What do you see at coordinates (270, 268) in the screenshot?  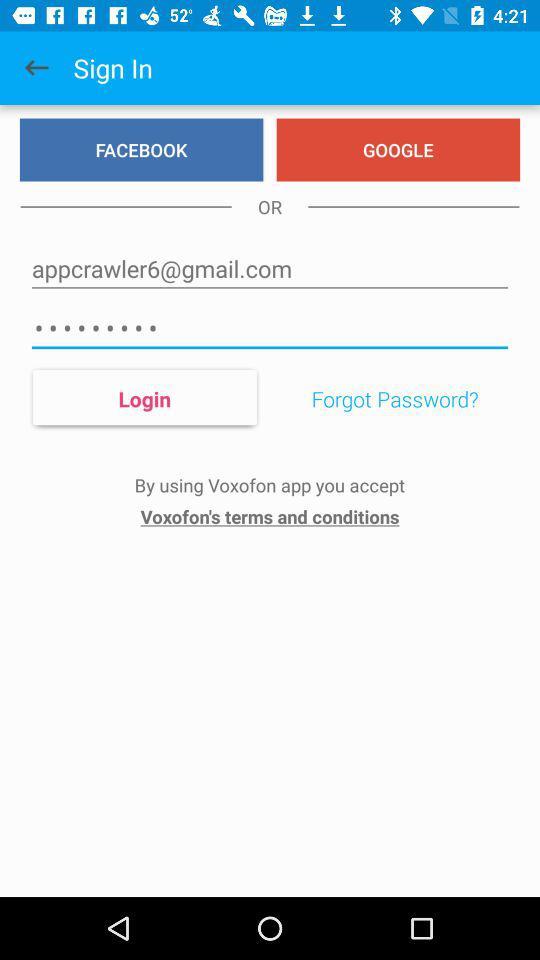 I see `icon below or` at bounding box center [270, 268].